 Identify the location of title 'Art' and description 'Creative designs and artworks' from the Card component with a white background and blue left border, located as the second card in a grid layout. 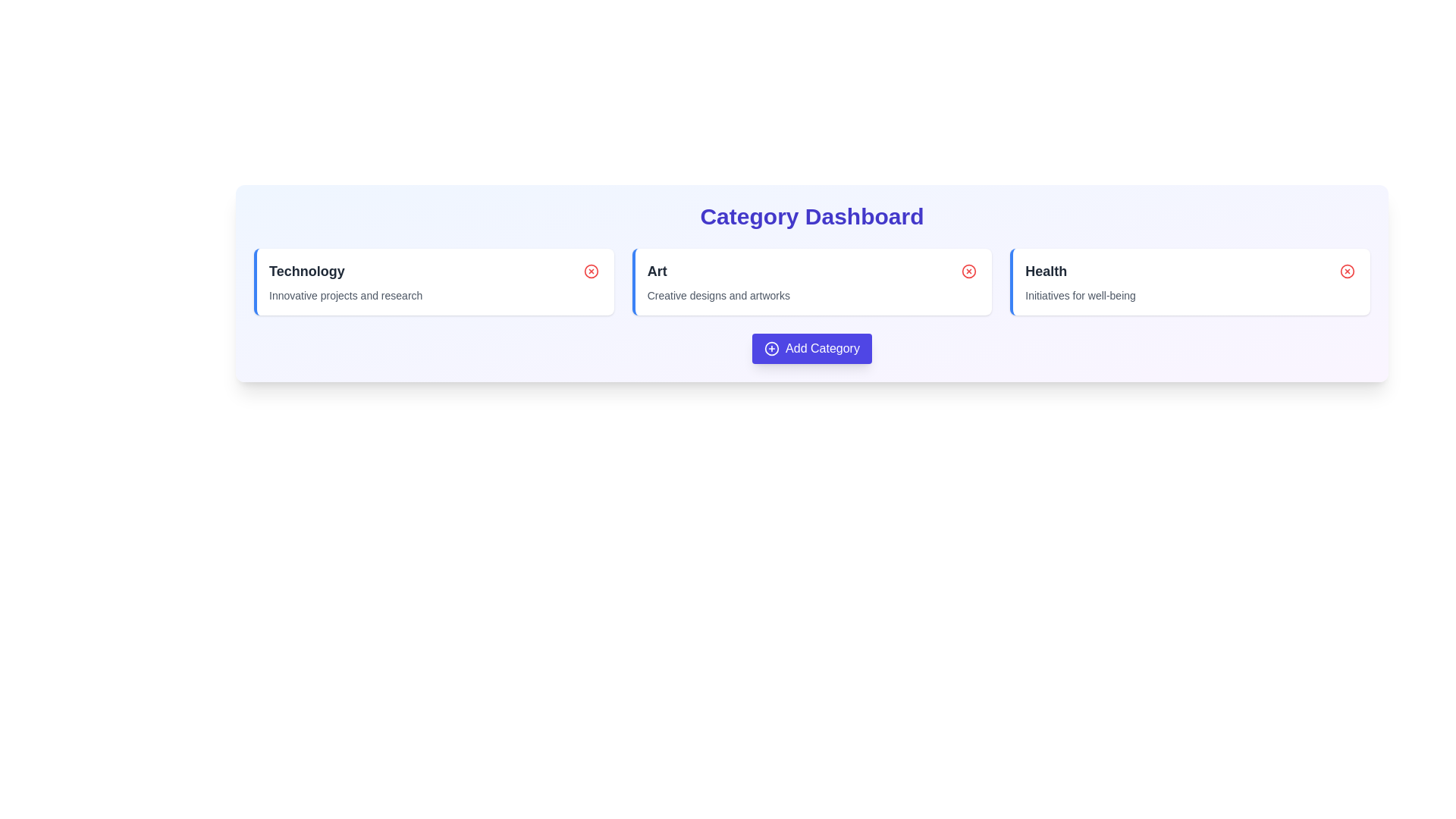
(811, 281).